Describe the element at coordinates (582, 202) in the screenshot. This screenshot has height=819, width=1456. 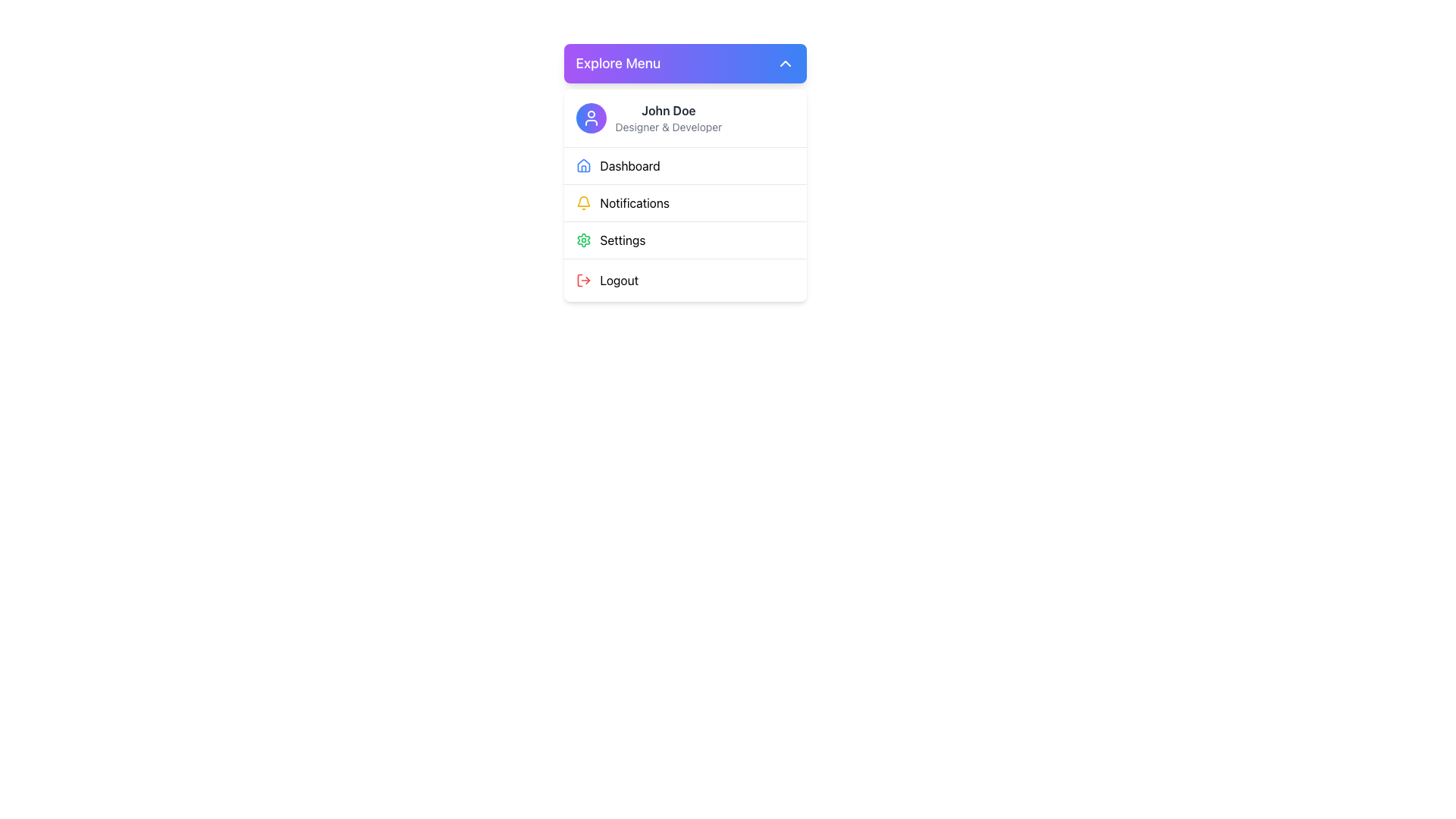
I see `the bell icon representing the 'Notifications' menu to trigger a tooltip` at that location.